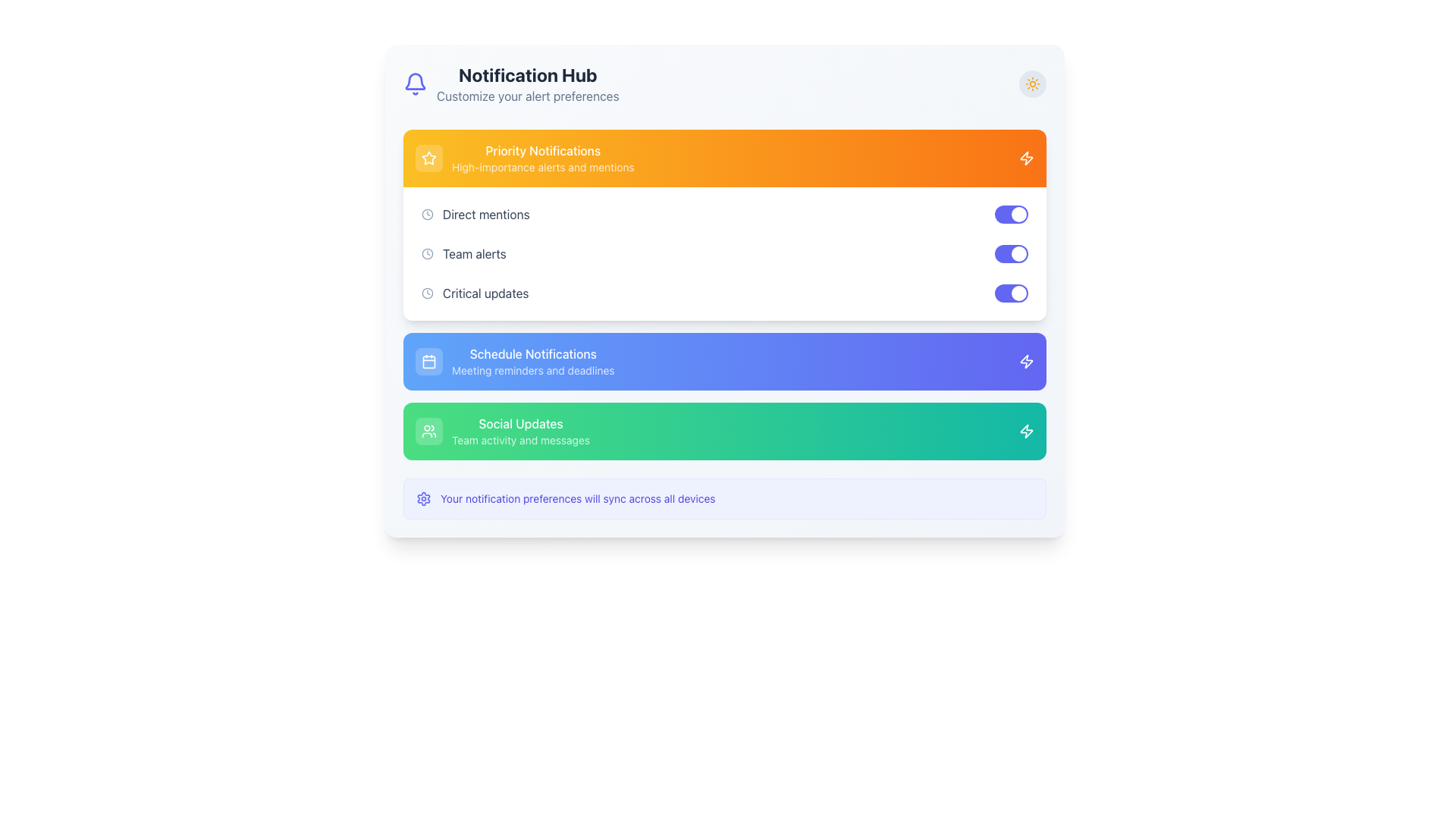 The image size is (1456, 819). I want to click on text from the Text Label displaying 'Team alerts', located in the second row of the 'Priority Notifications' section, to the right of the clock icon, so click(473, 253).